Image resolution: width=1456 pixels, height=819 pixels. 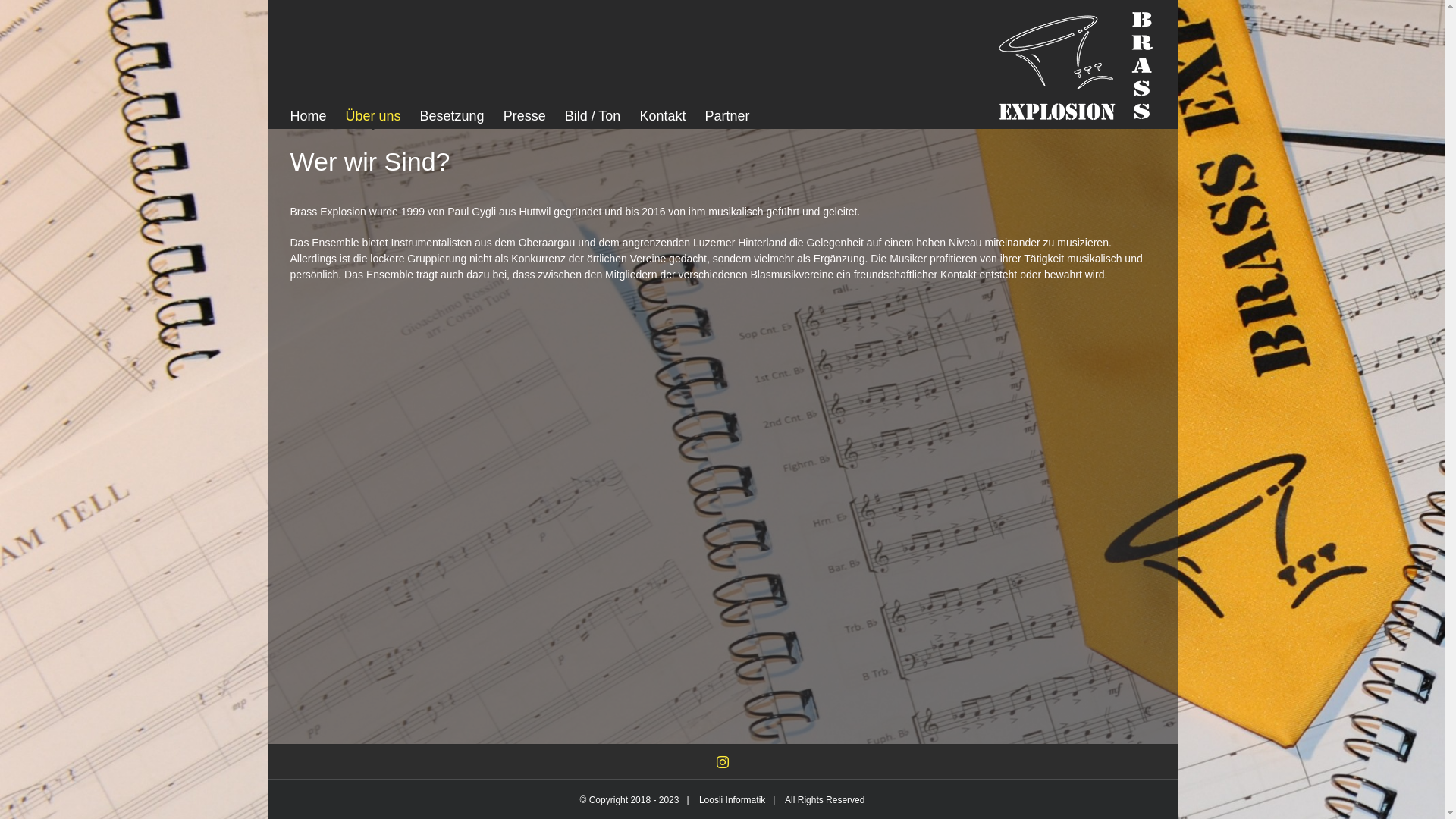 What do you see at coordinates (732, 799) in the screenshot?
I see `'Loosli Informatik'` at bounding box center [732, 799].